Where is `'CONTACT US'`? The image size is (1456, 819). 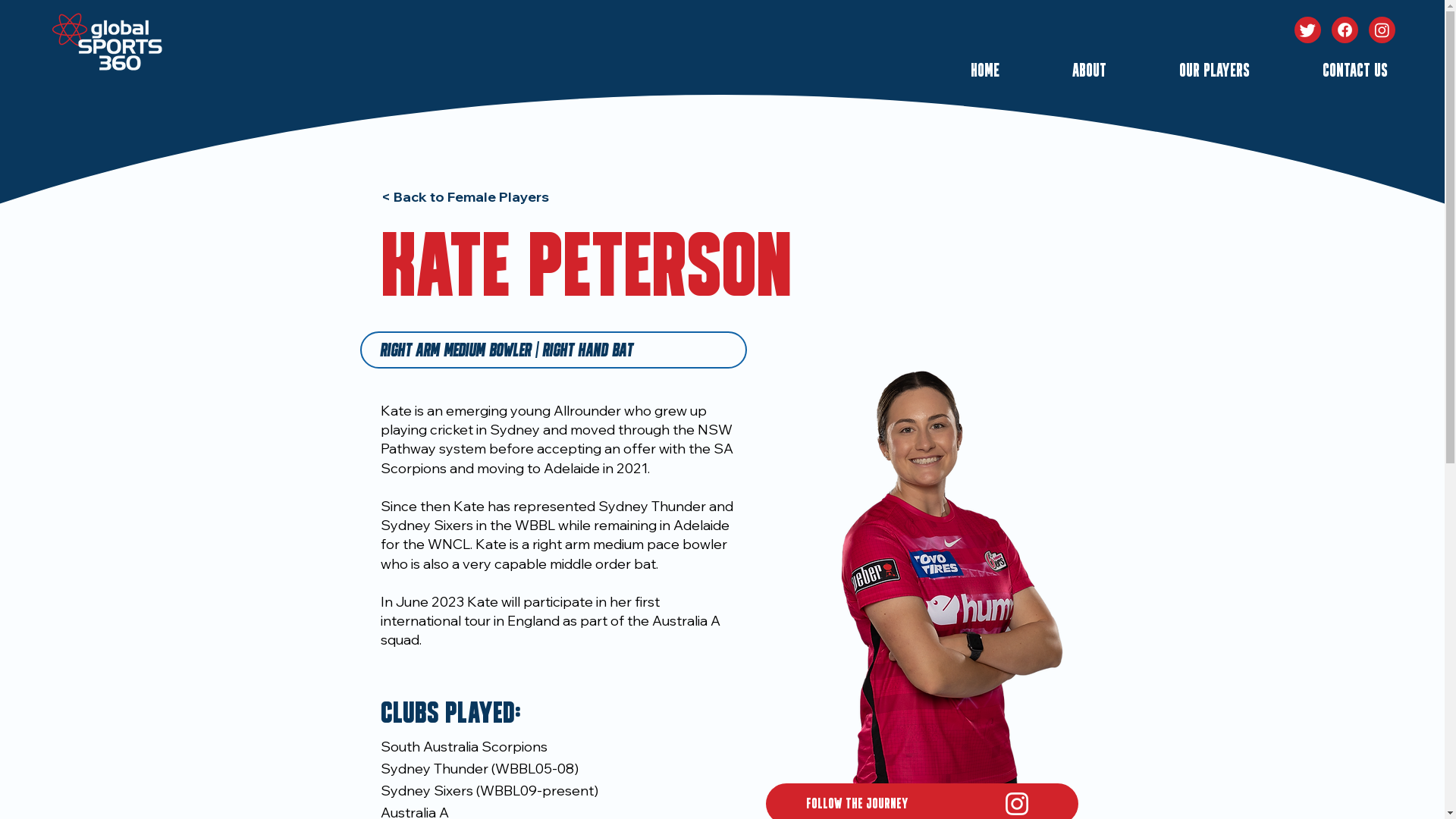 'CONTACT US' is located at coordinates (1329, 72).